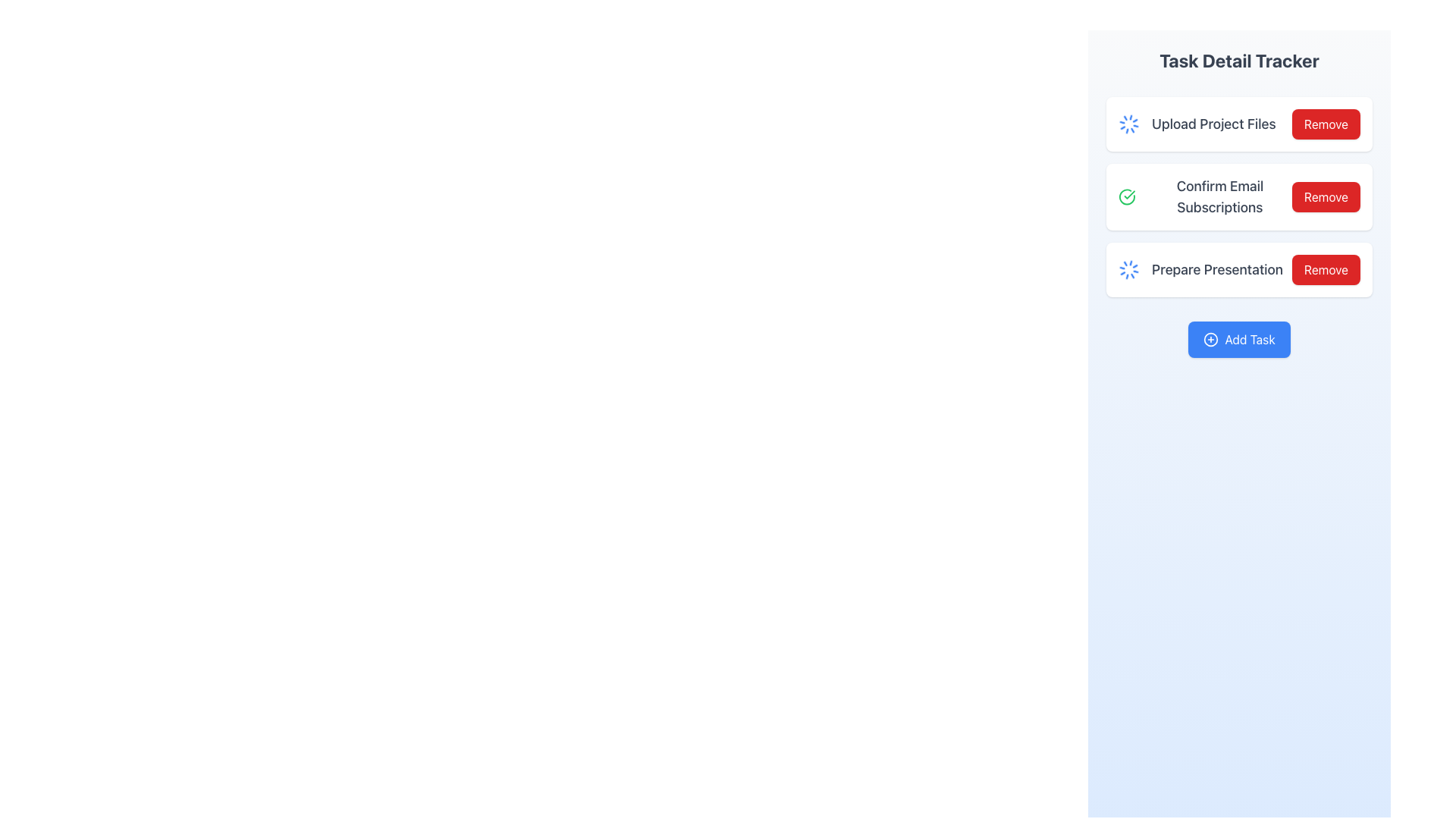 Image resolution: width=1456 pixels, height=819 pixels. I want to click on the circular SVG element representing the 'Add Task' button, located at the bottom section of the task tracker panel, so click(1210, 338).